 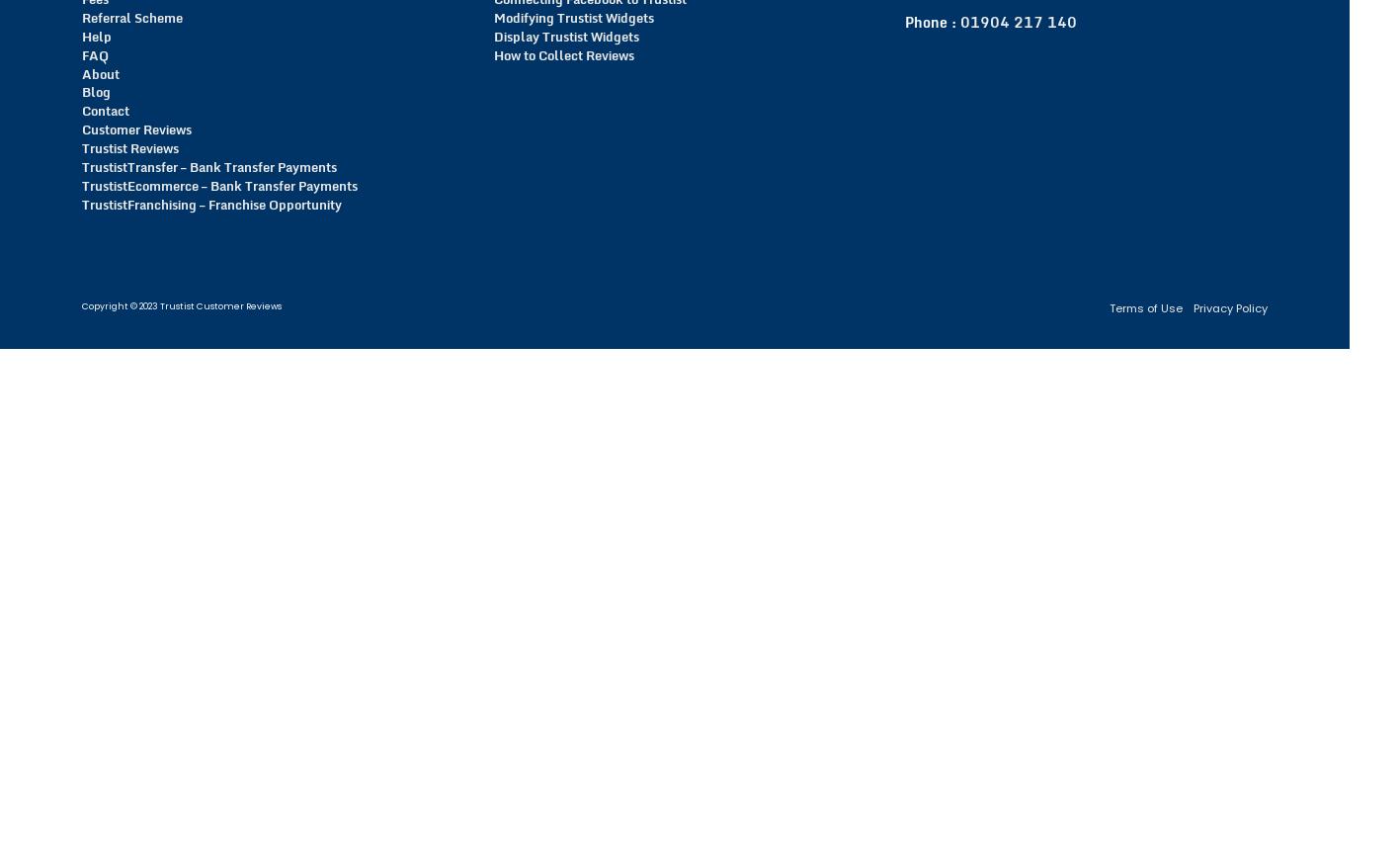 What do you see at coordinates (138, 459) in the screenshot?
I see `'of 450 Customer Reviews'` at bounding box center [138, 459].